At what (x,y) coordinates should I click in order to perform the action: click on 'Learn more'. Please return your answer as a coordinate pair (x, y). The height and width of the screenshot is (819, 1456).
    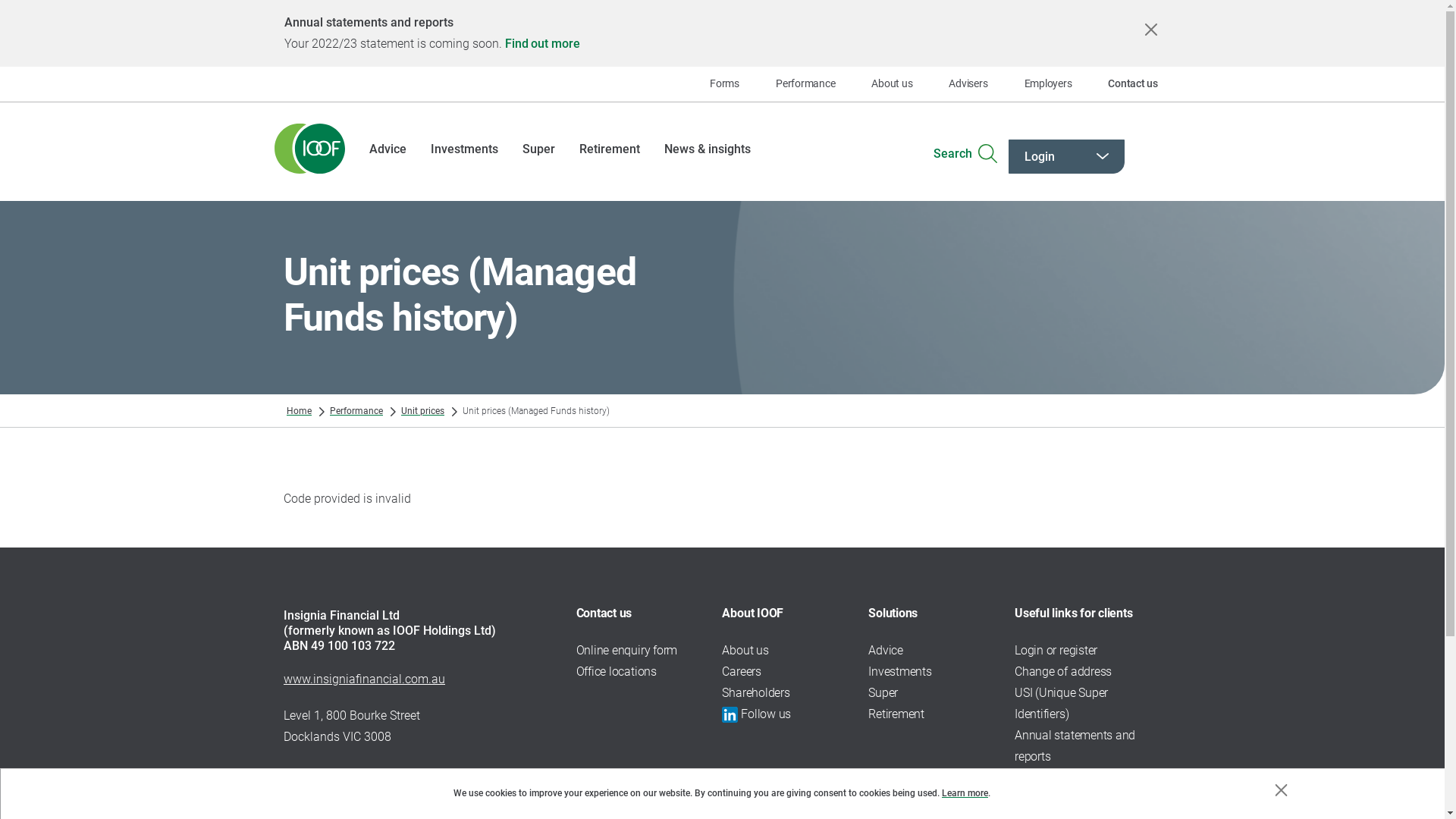
    Looking at the image, I should click on (964, 792).